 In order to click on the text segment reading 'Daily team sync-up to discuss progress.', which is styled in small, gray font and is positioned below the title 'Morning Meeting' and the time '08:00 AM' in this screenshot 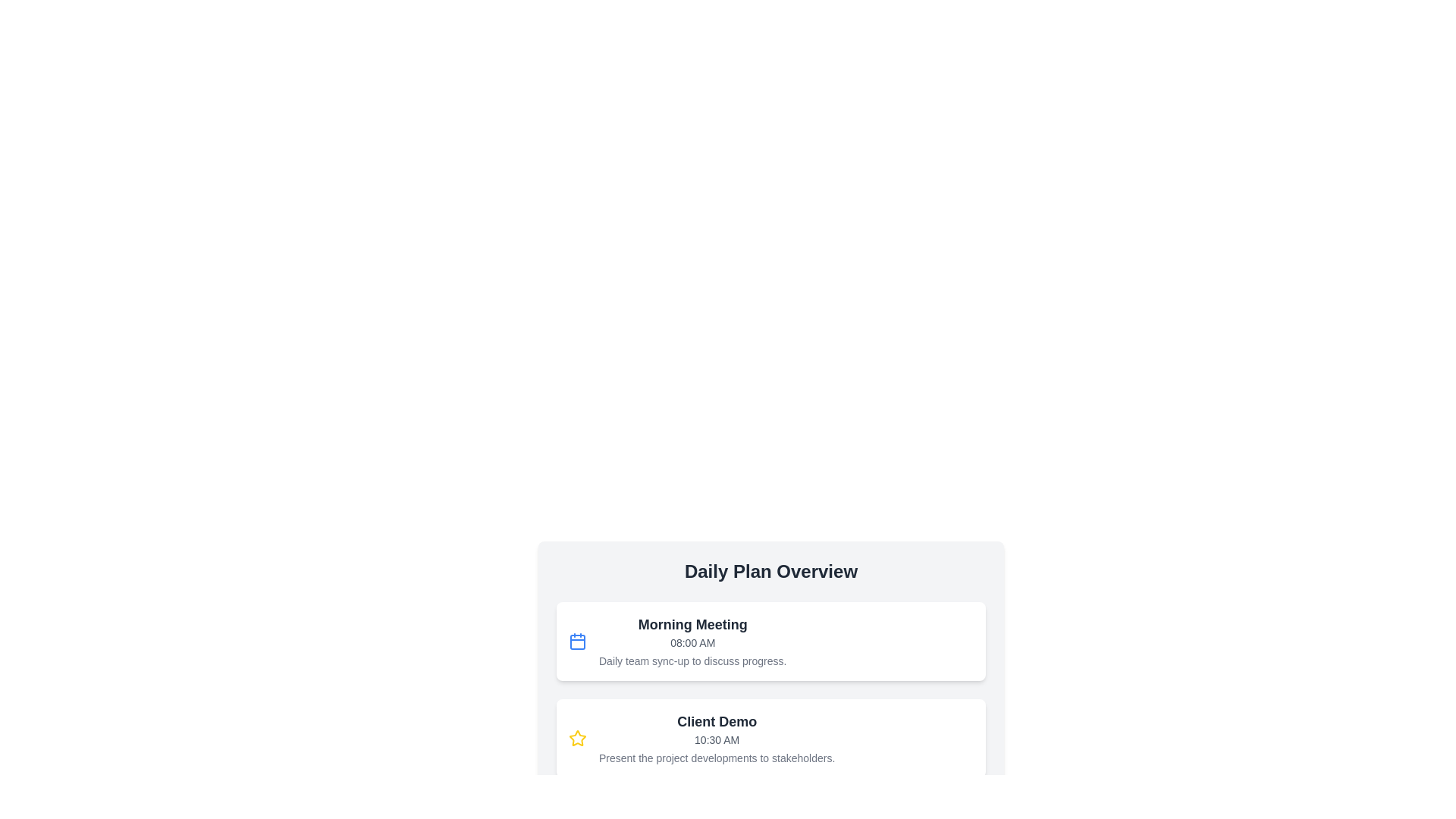, I will do `click(692, 660)`.